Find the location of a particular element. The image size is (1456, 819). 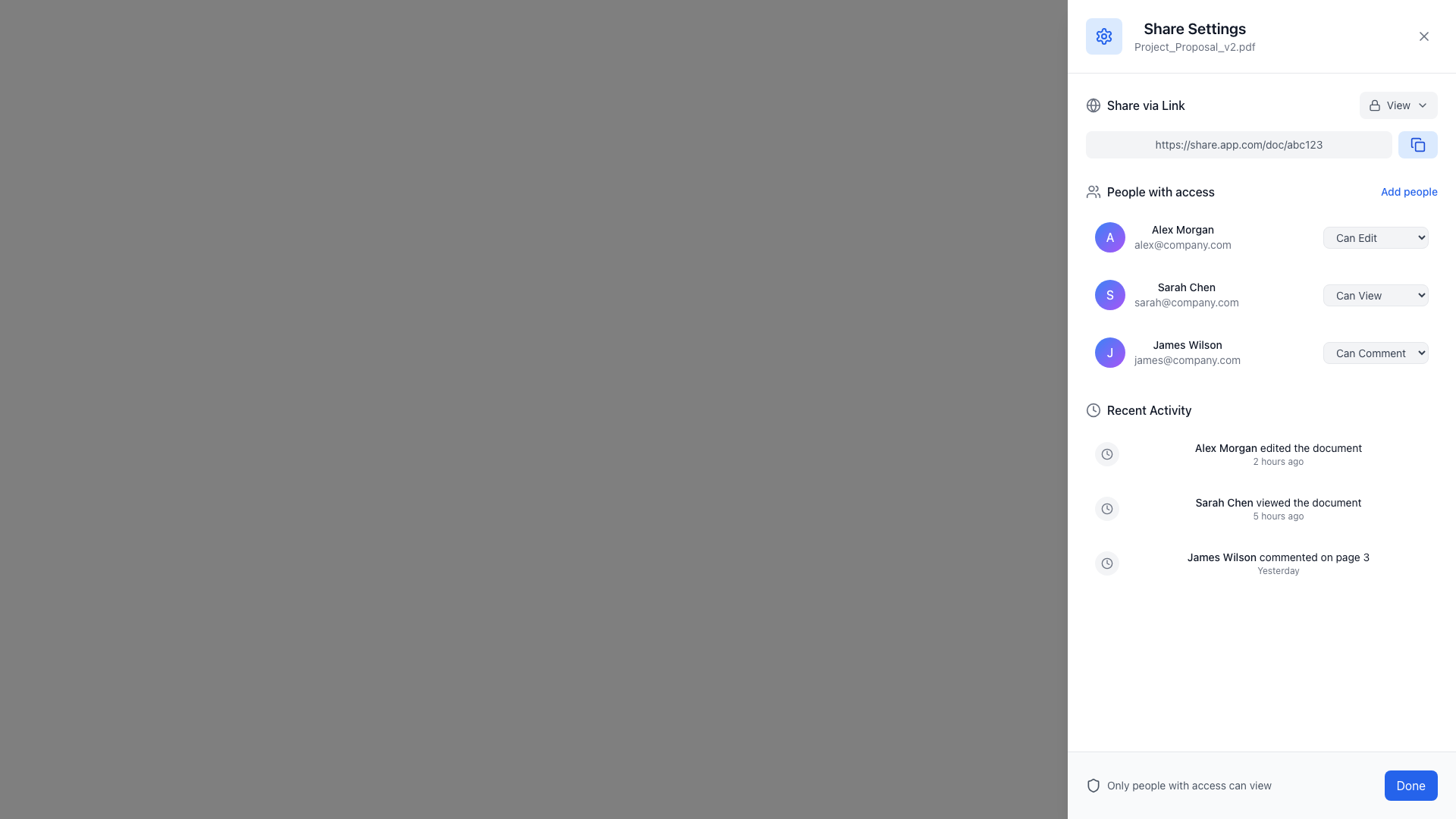

the informational text display indicating that 'James Wilson' commented on page 3 of the document, located in the 'Recent Activity' section, between 'Sarah Chen viewed the document' and 'Yesterday' is located at coordinates (1277, 557).